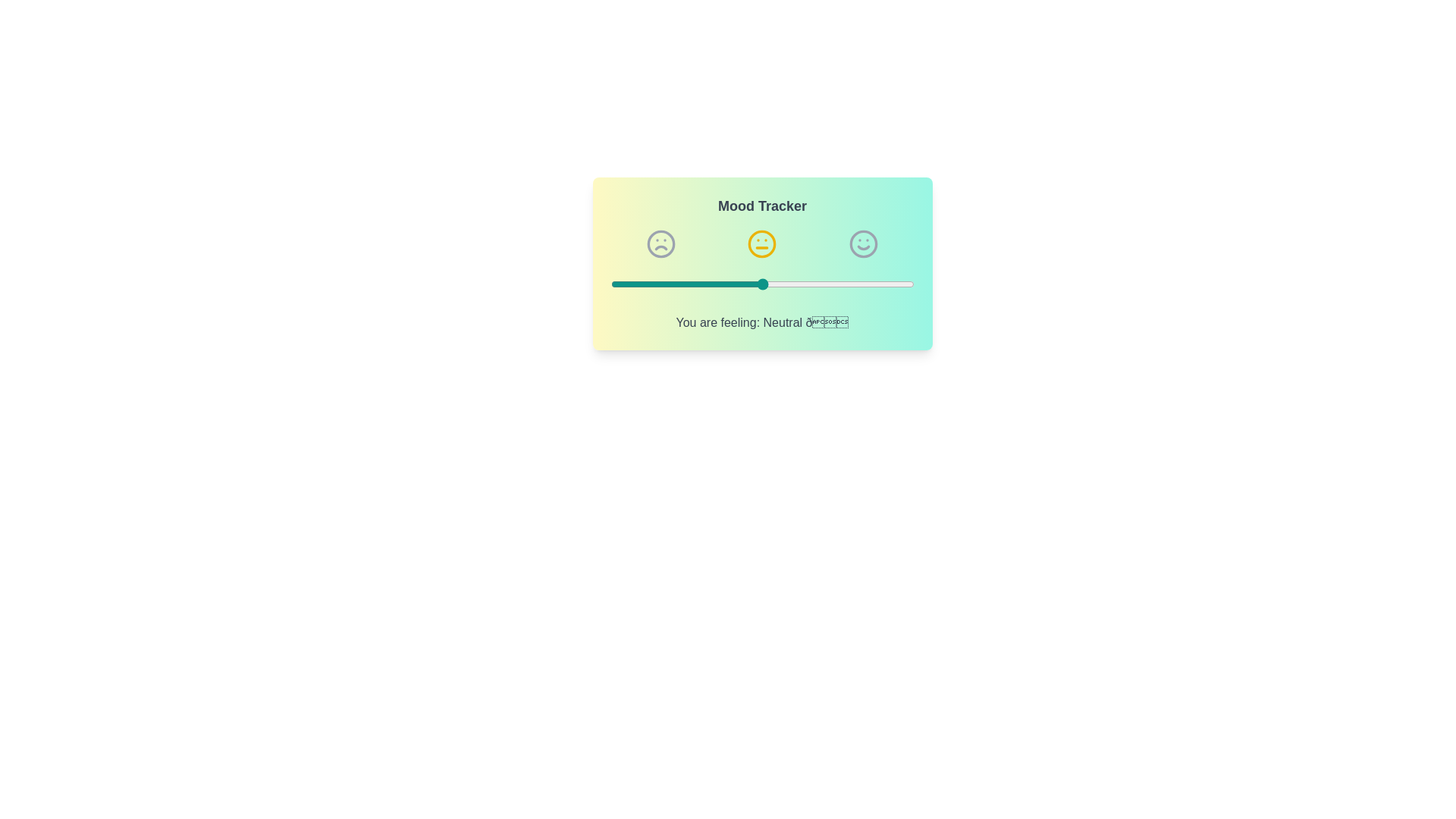  I want to click on the mood slider to 2 (1 for Sad, 2 for Neutral, 3 for Happy), so click(762, 284).